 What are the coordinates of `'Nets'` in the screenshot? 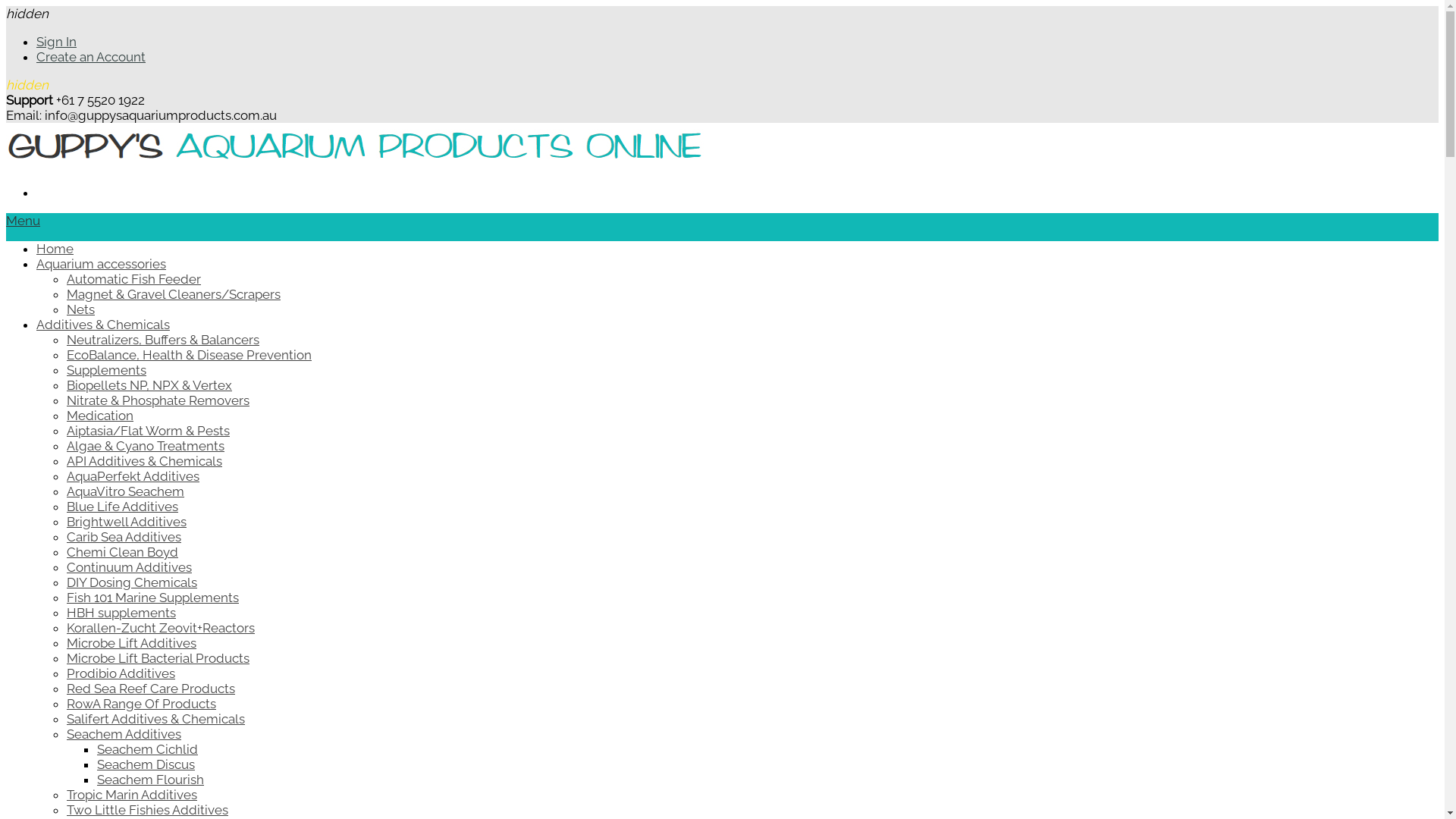 It's located at (80, 309).